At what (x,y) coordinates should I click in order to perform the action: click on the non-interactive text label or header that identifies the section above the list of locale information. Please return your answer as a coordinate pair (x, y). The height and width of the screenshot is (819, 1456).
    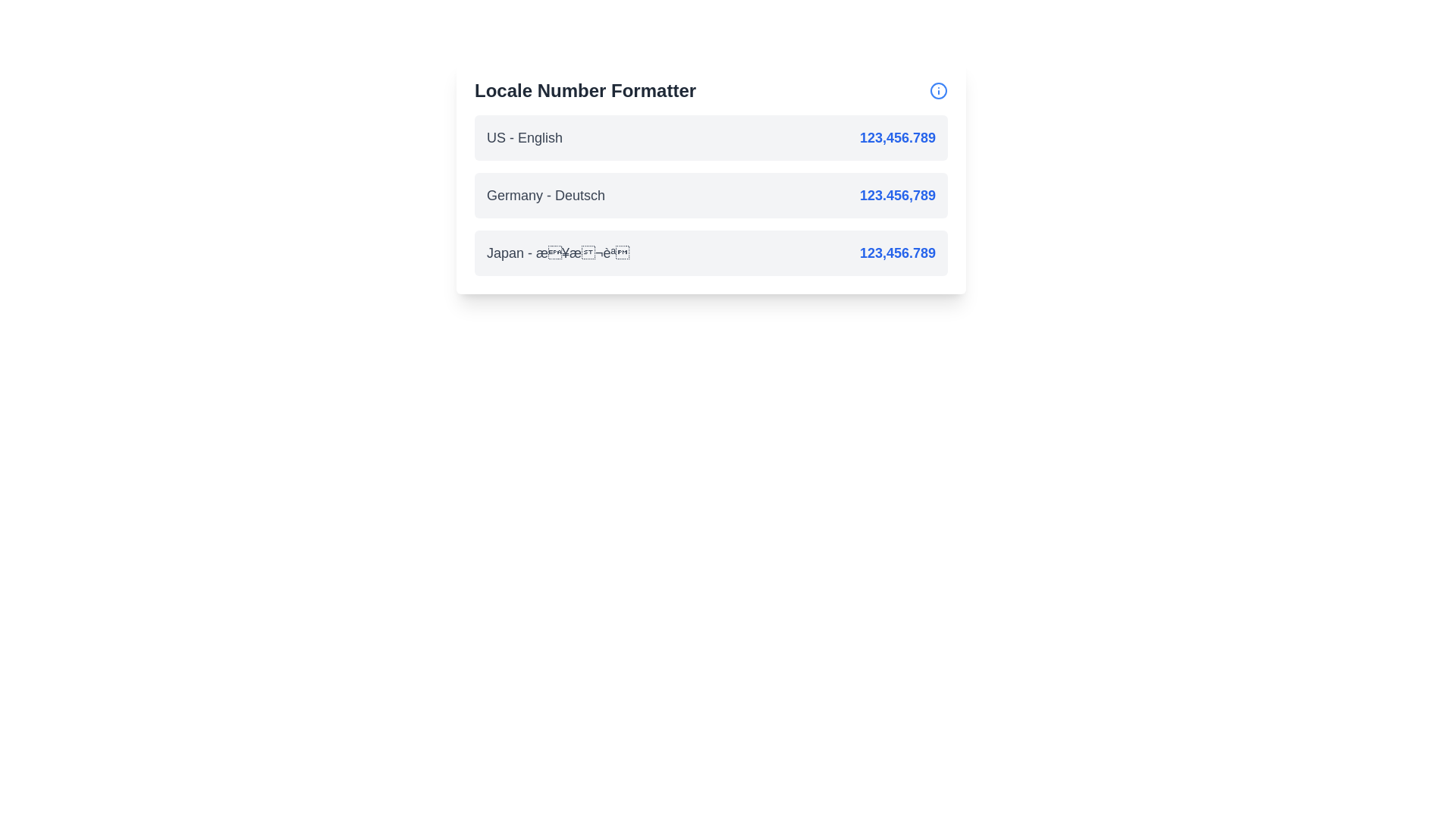
    Looking at the image, I should click on (585, 90).